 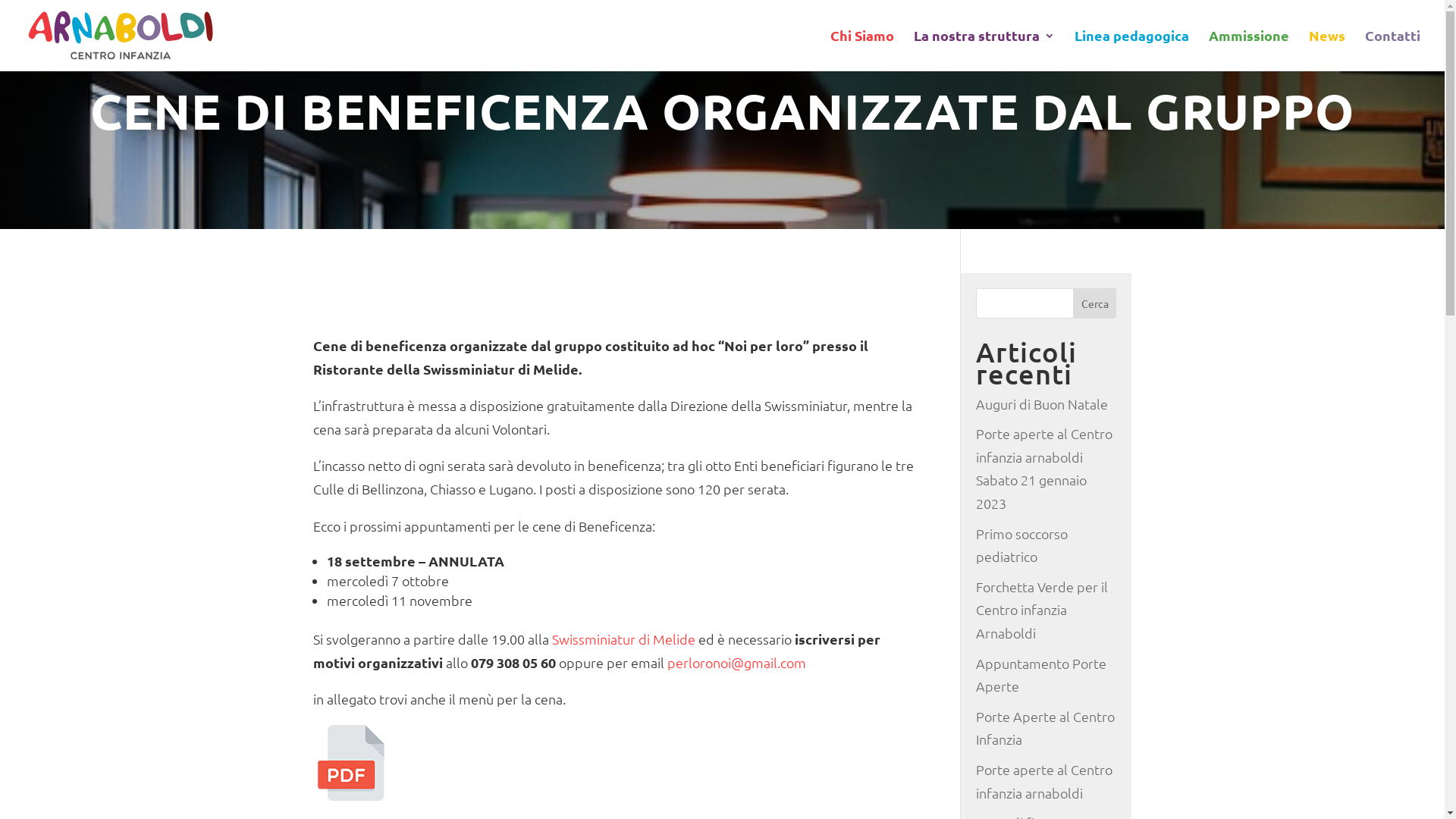 I want to click on 'Cerca', so click(x=1095, y=303).